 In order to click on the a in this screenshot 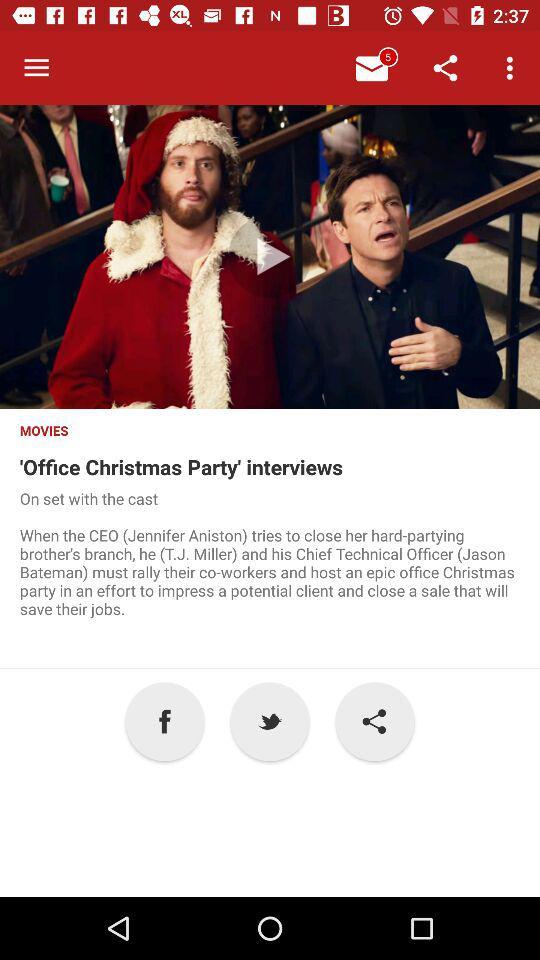, I will do `click(164, 720)`.